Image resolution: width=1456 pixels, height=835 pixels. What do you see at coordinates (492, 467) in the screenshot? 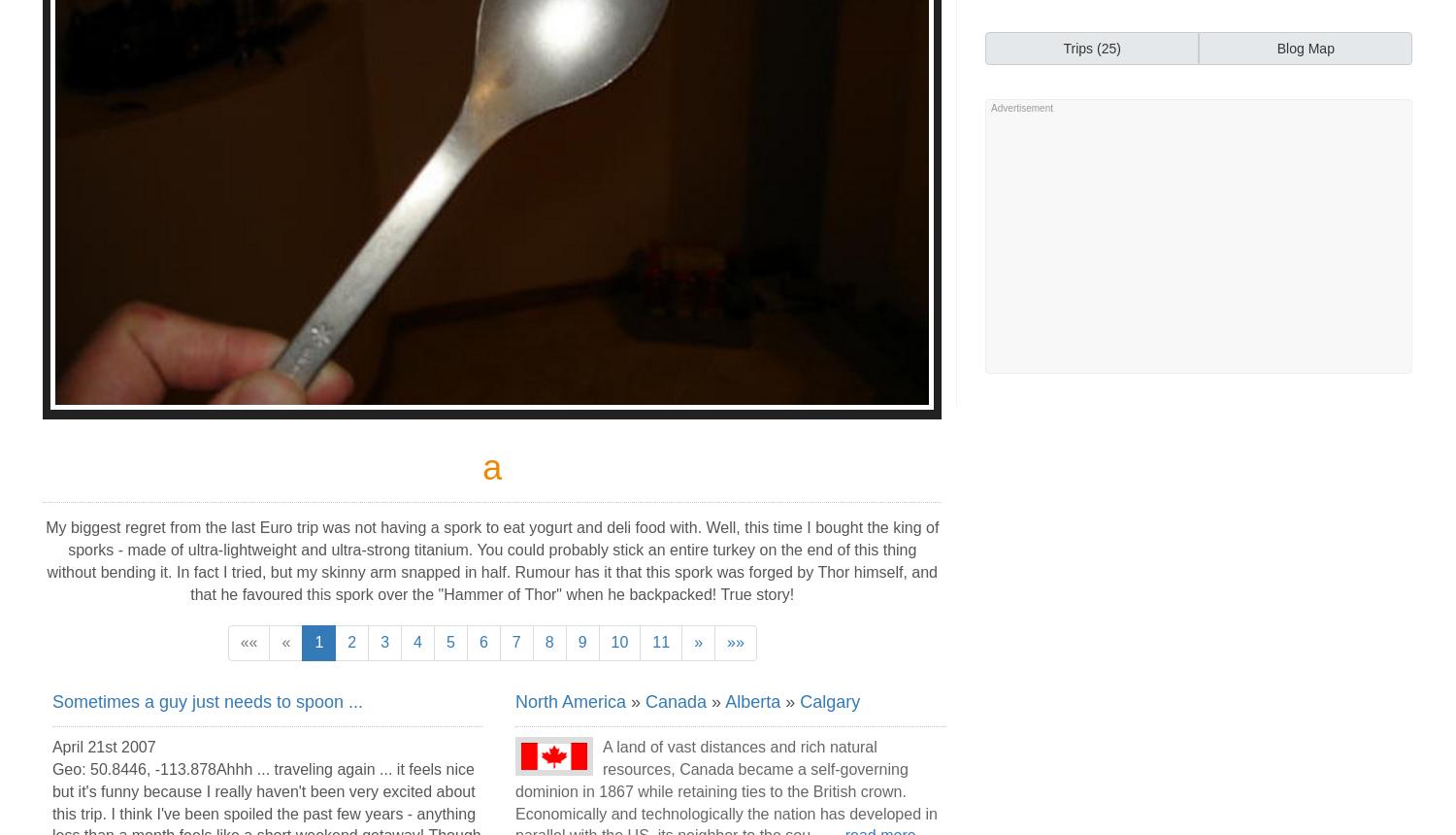
I see `'a'` at bounding box center [492, 467].